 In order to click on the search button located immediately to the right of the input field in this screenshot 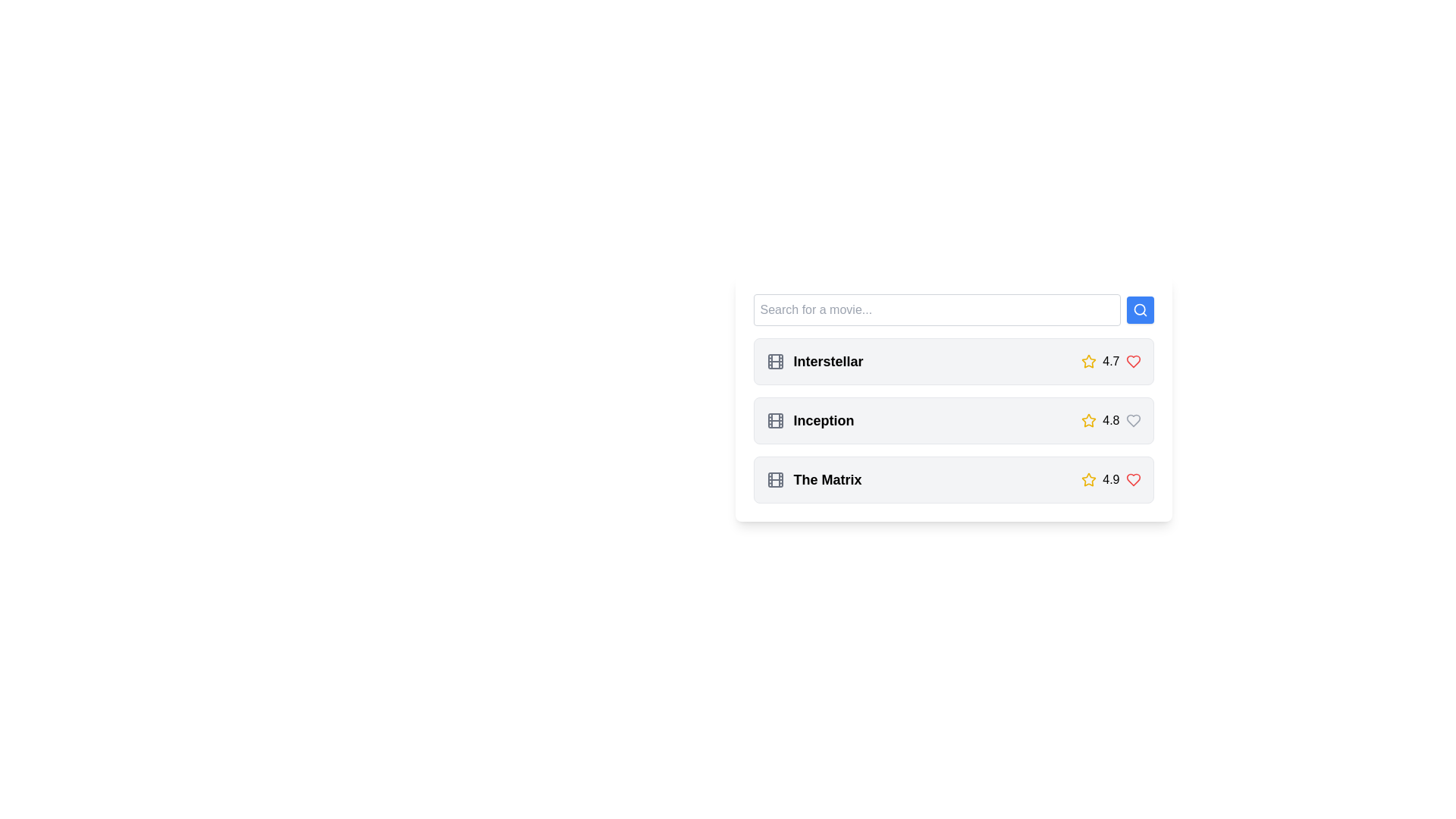, I will do `click(1140, 309)`.